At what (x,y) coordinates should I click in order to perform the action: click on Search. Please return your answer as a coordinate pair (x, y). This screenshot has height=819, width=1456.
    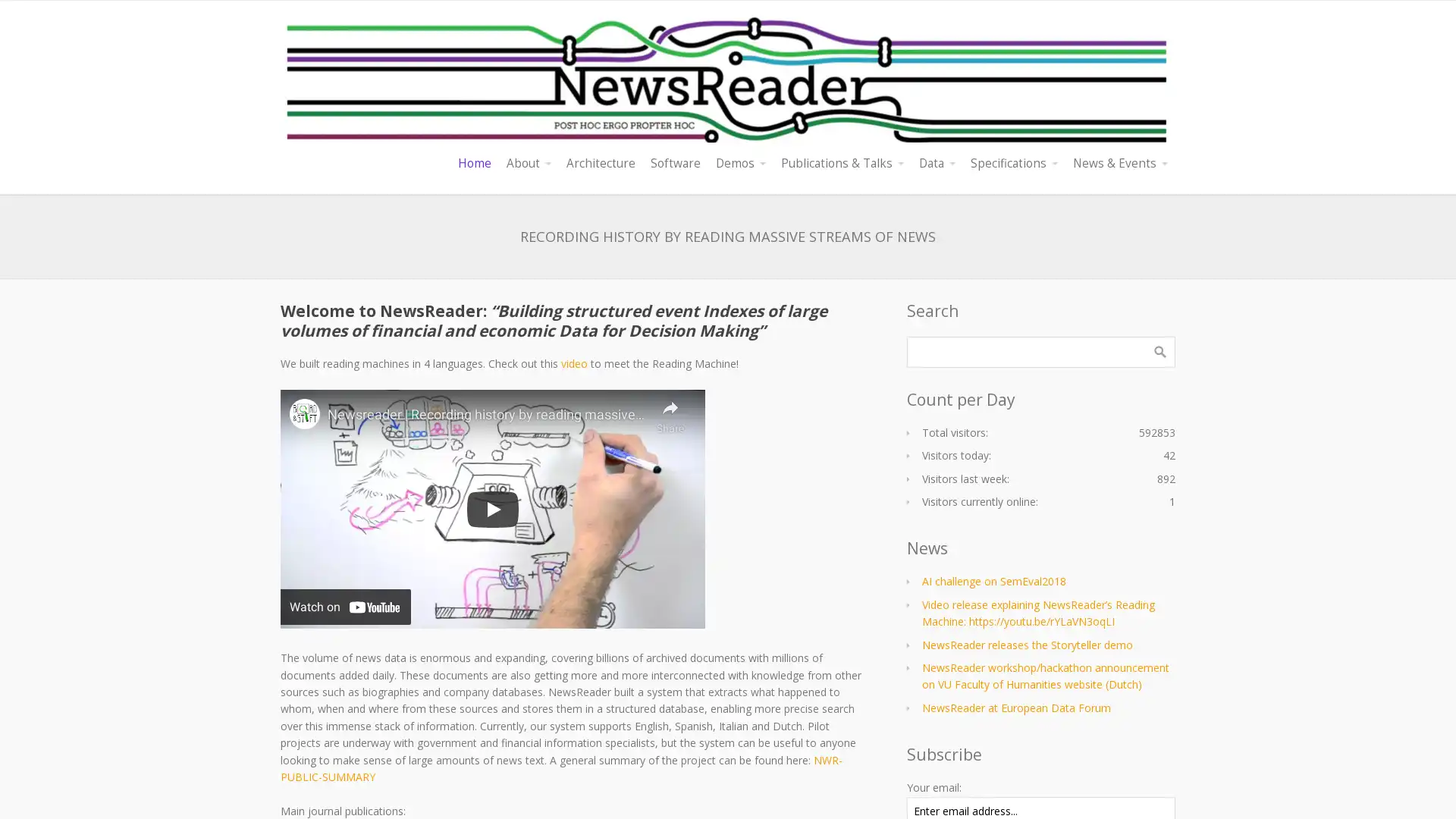
    Looking at the image, I should click on (1159, 351).